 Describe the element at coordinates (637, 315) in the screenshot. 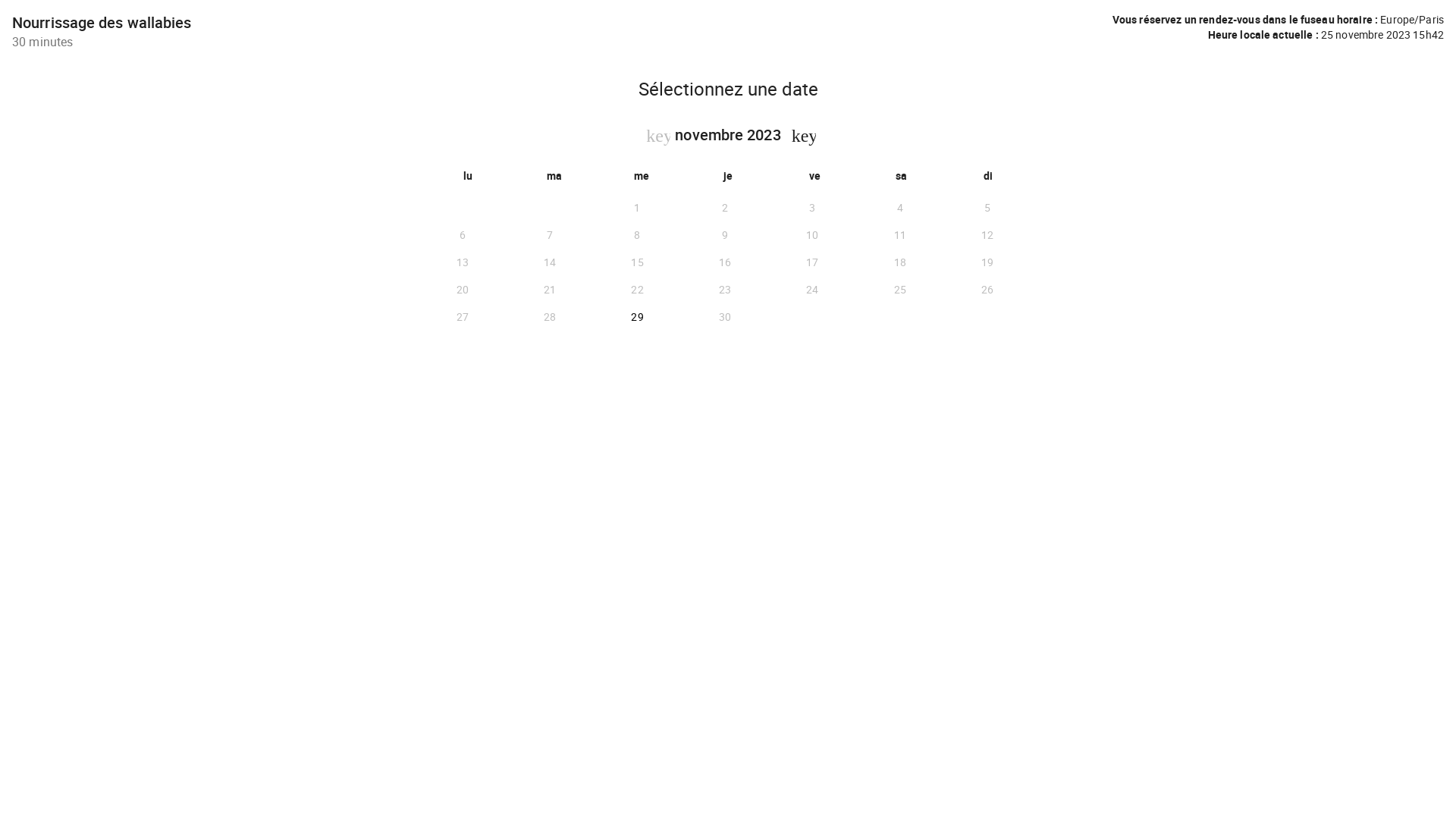

I see `'29` at that location.